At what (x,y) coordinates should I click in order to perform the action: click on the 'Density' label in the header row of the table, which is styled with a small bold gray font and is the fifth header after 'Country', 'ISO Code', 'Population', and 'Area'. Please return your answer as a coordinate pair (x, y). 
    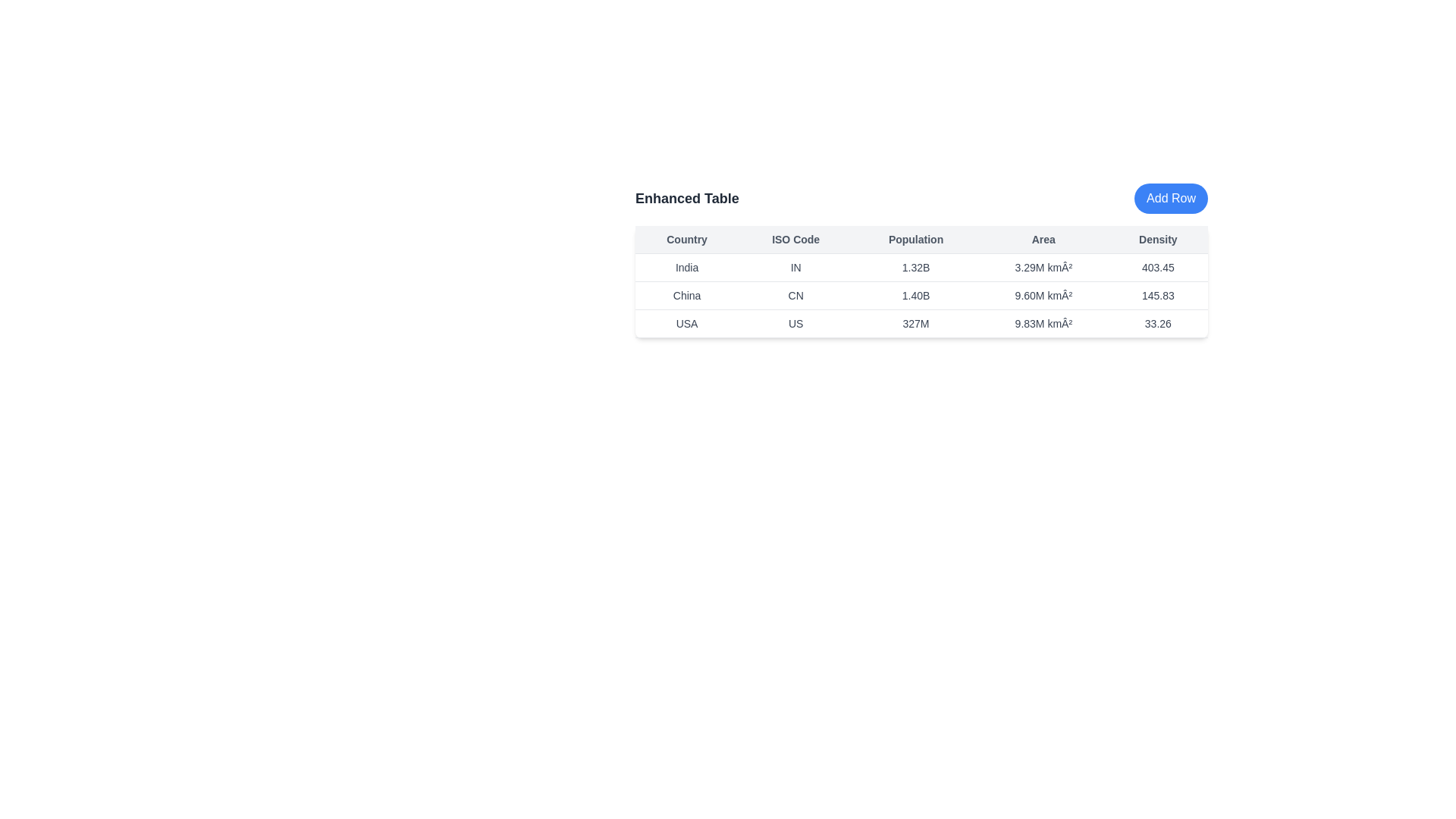
    Looking at the image, I should click on (1157, 239).